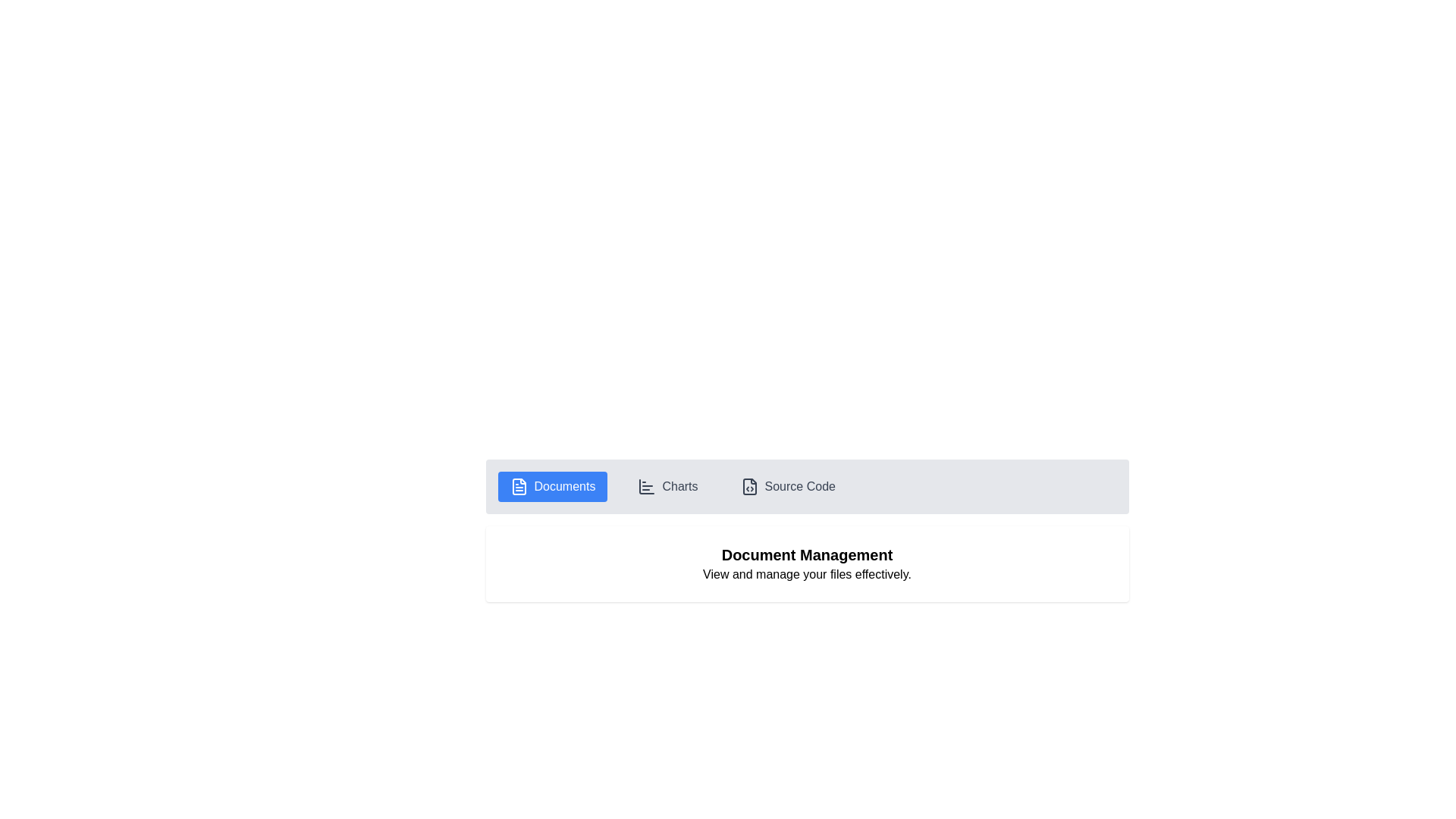  Describe the element at coordinates (667, 486) in the screenshot. I see `the 'Charts' menu item button, which is the second item in a horizontal navigation bar, to observe the background color change effect` at that location.